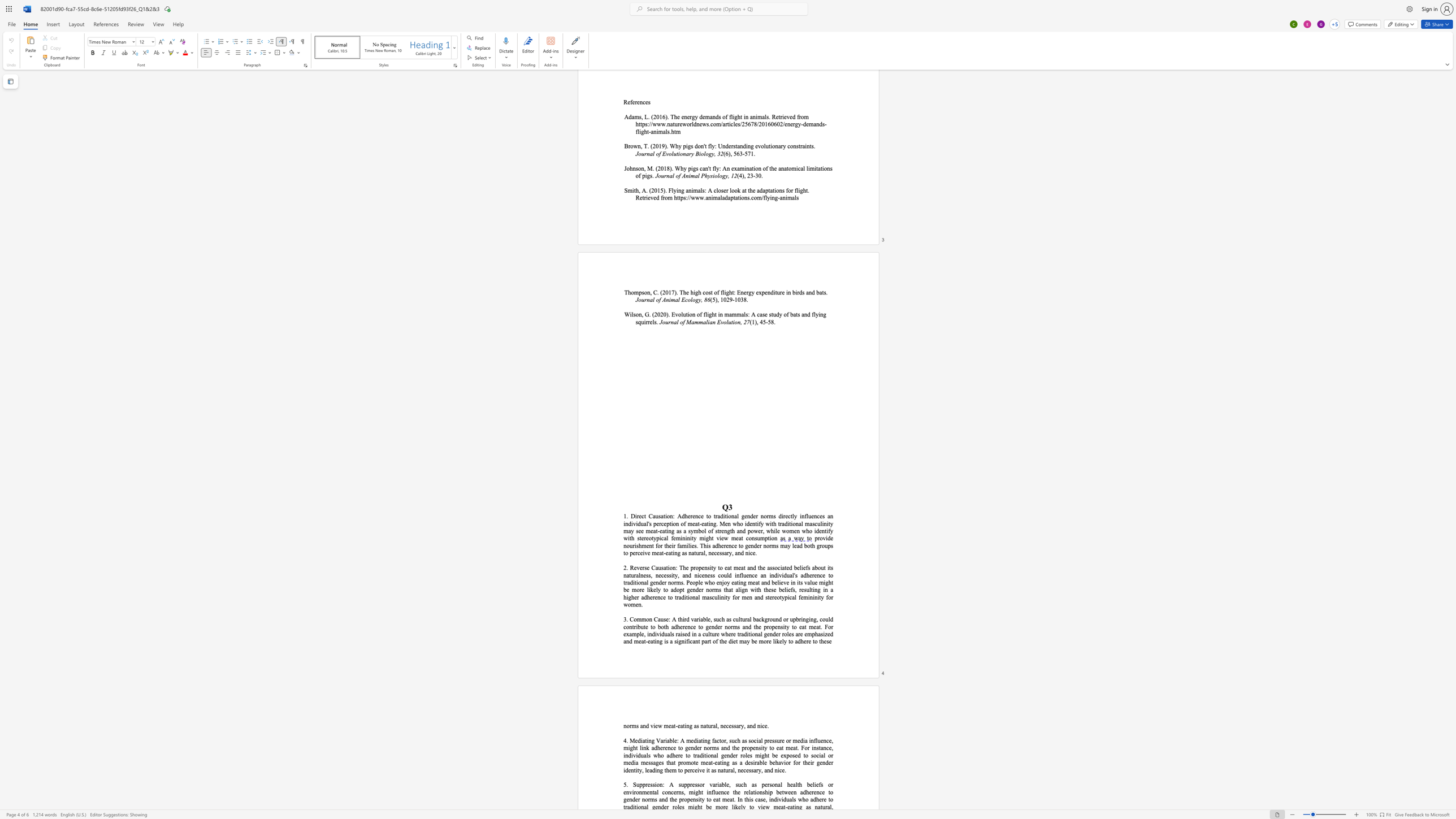 The height and width of the screenshot is (819, 1456). Describe the element at coordinates (774, 515) in the screenshot. I see `the 2th character "s" in the text` at that location.